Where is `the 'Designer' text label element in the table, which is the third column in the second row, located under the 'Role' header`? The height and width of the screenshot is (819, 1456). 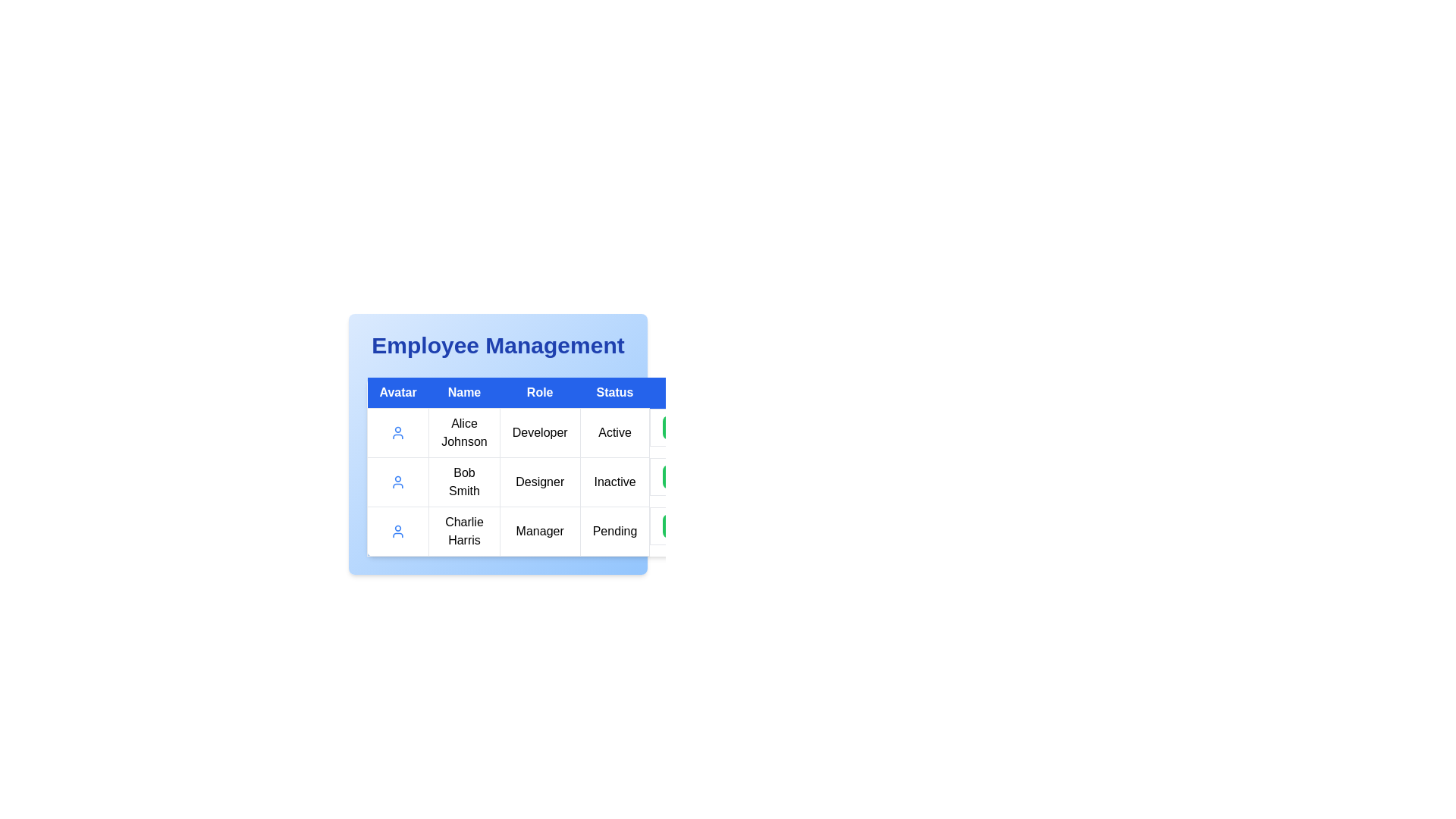
the 'Designer' text label element in the table, which is the third column in the second row, located under the 'Role' header is located at coordinates (540, 482).